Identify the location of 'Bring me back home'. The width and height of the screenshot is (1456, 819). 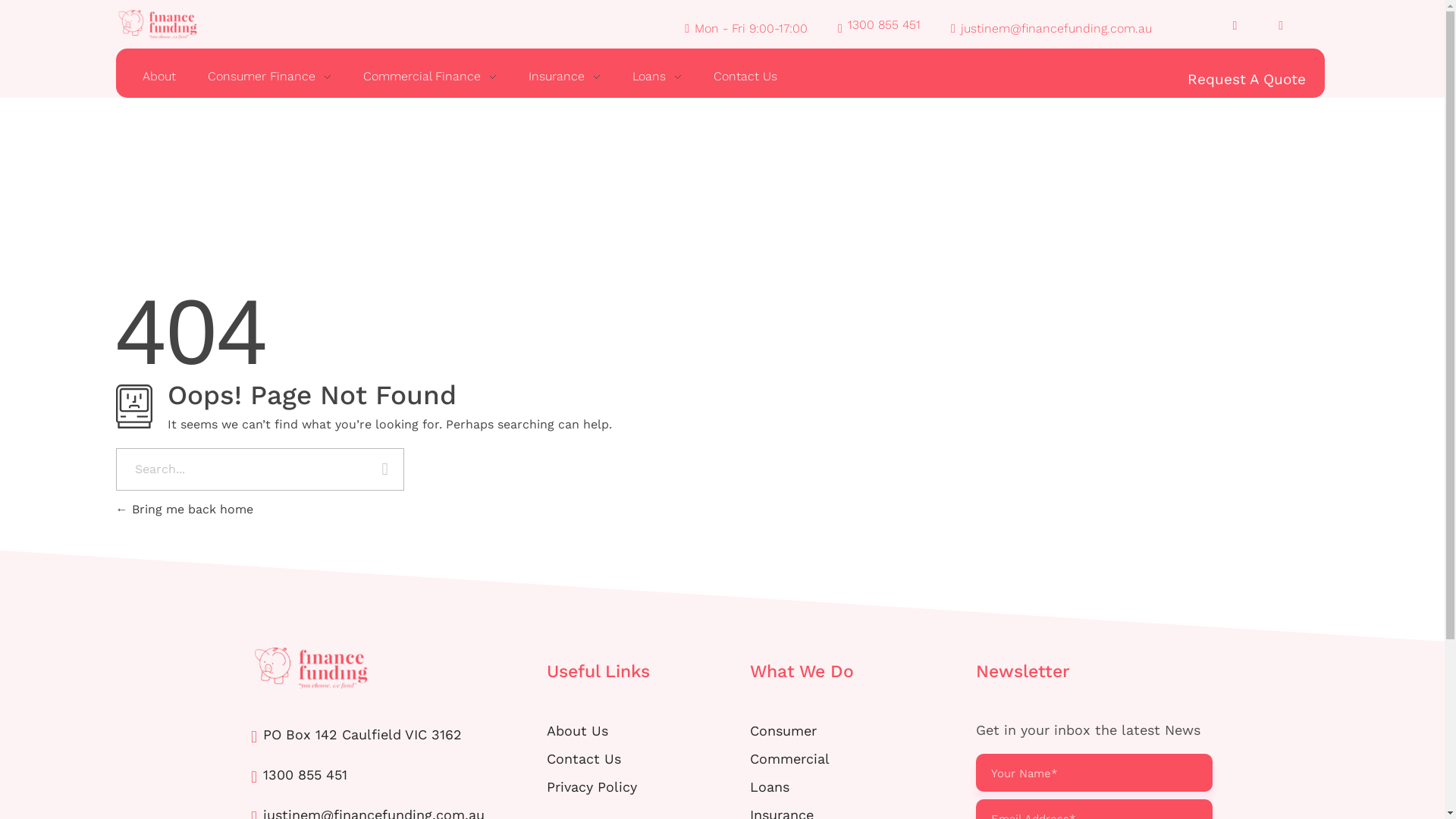
(183, 509).